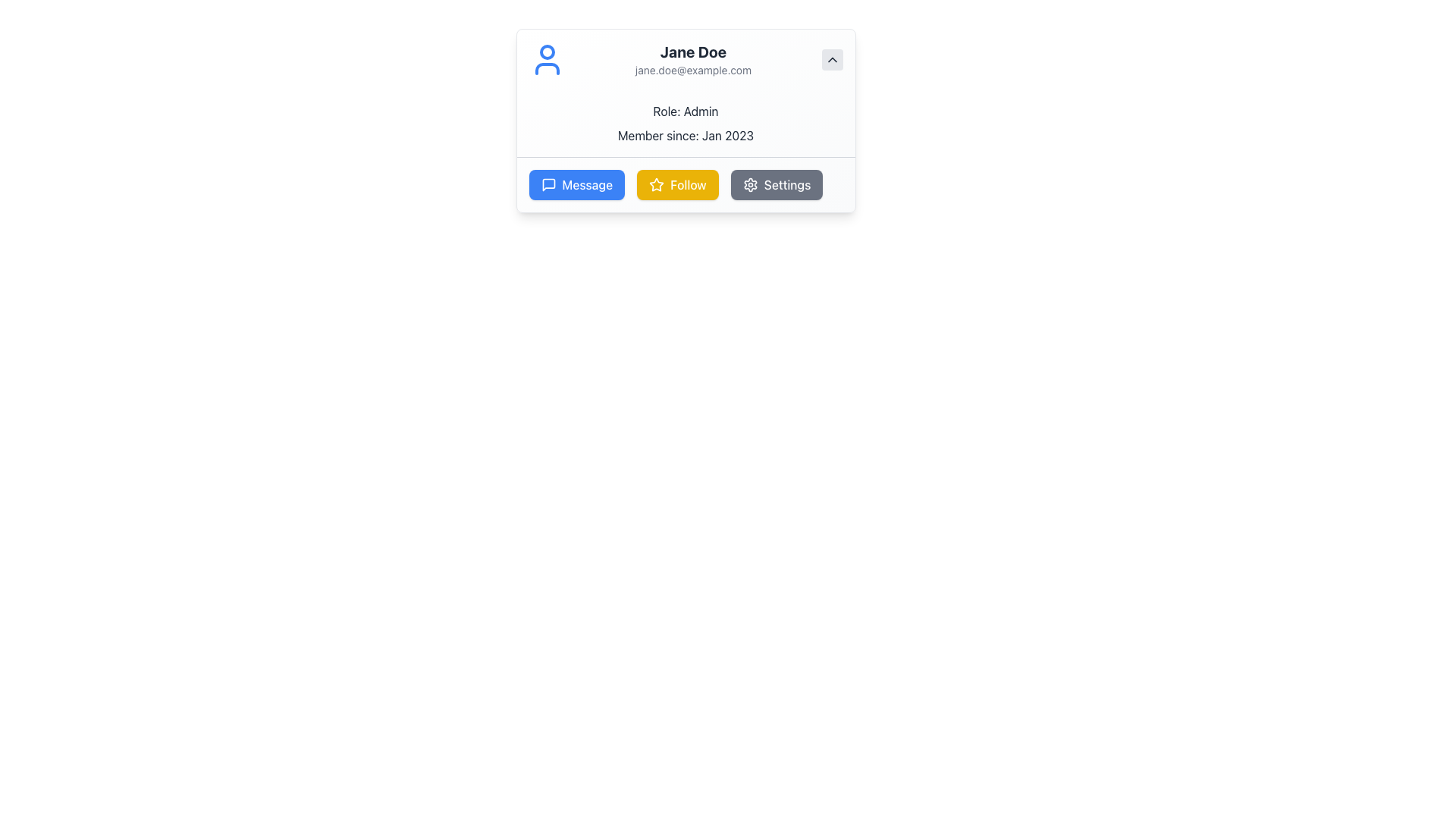 Image resolution: width=1456 pixels, height=819 pixels. Describe the element at coordinates (685, 134) in the screenshot. I see `the informational label displaying the membership start date, located under the 'Role: Admin' section within the profile card` at that location.